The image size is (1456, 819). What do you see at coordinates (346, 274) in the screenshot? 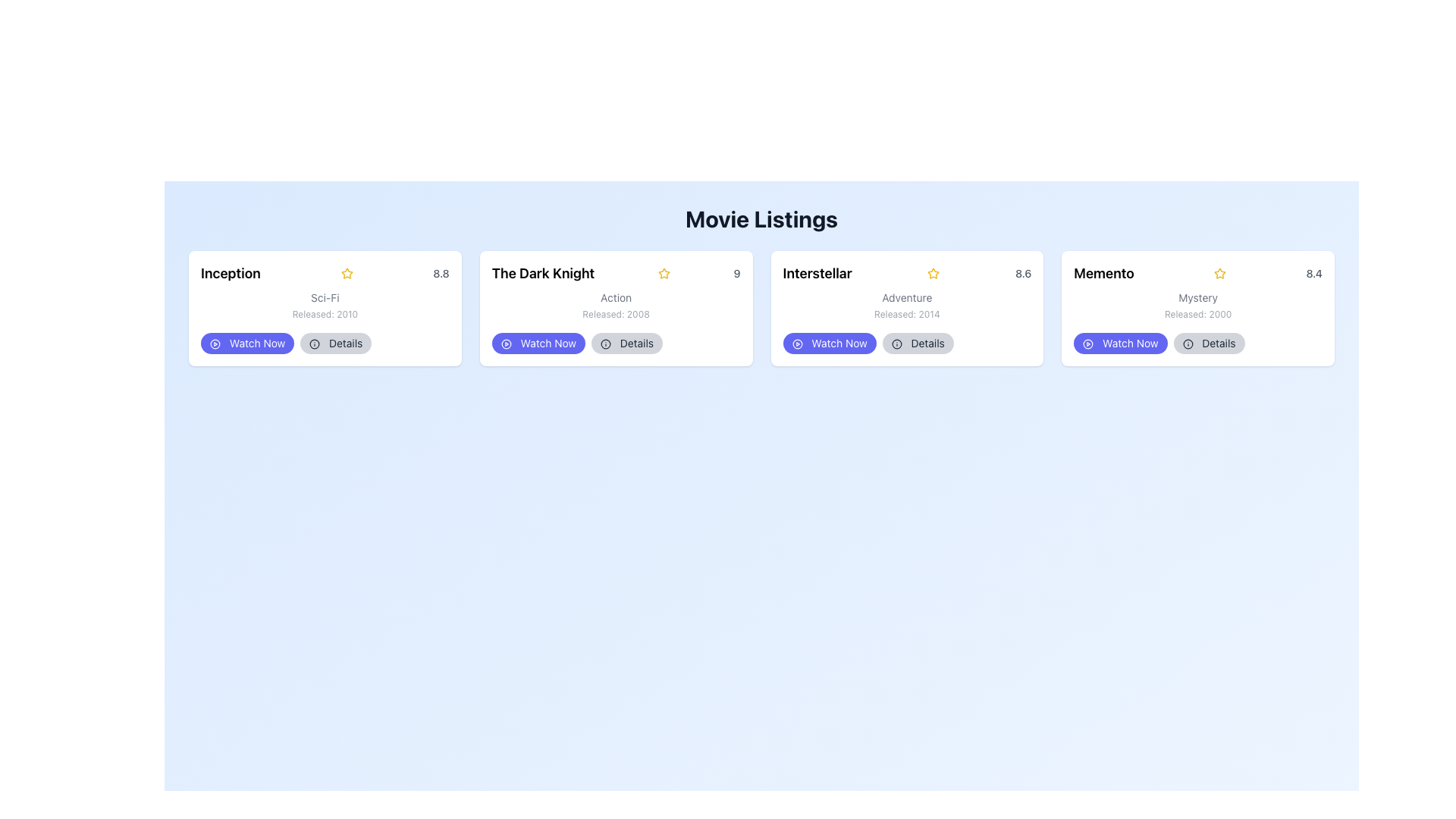
I see `the golden yellow star icon located next to the title 'Inception'` at bounding box center [346, 274].